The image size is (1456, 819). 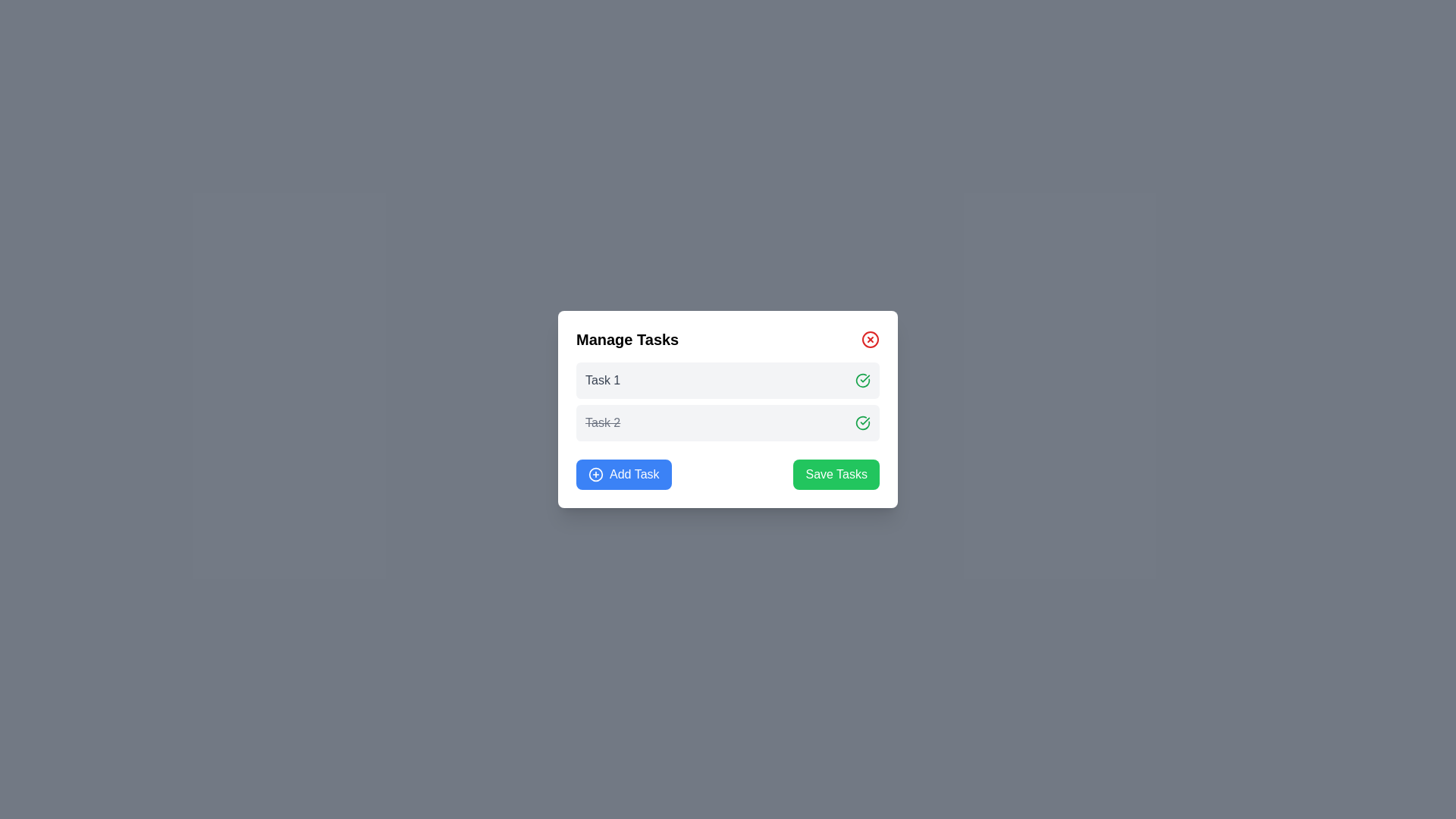 What do you see at coordinates (870, 338) in the screenshot?
I see `the circular red 'Close' button with a white 'X' at the top-right corner of the 'Manage Tasks' modal` at bounding box center [870, 338].